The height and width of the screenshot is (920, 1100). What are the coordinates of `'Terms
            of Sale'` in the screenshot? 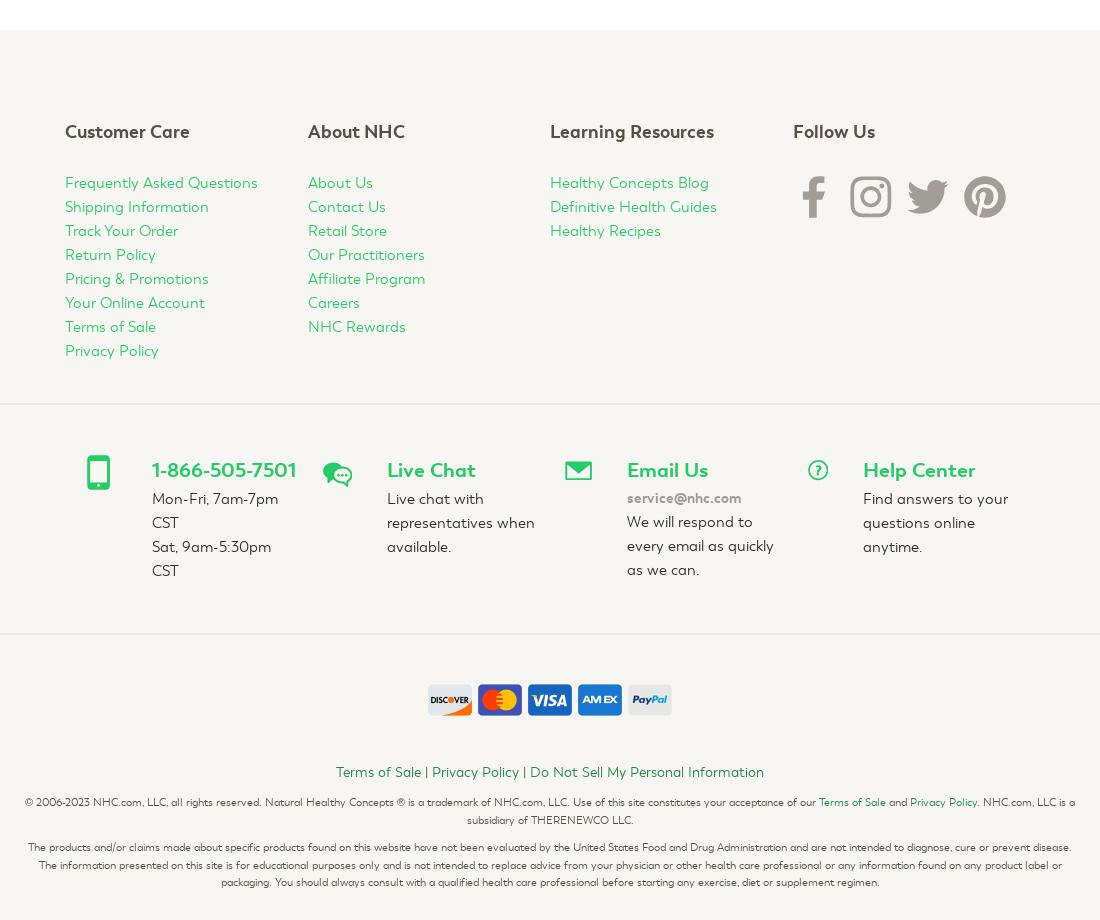 It's located at (851, 802).